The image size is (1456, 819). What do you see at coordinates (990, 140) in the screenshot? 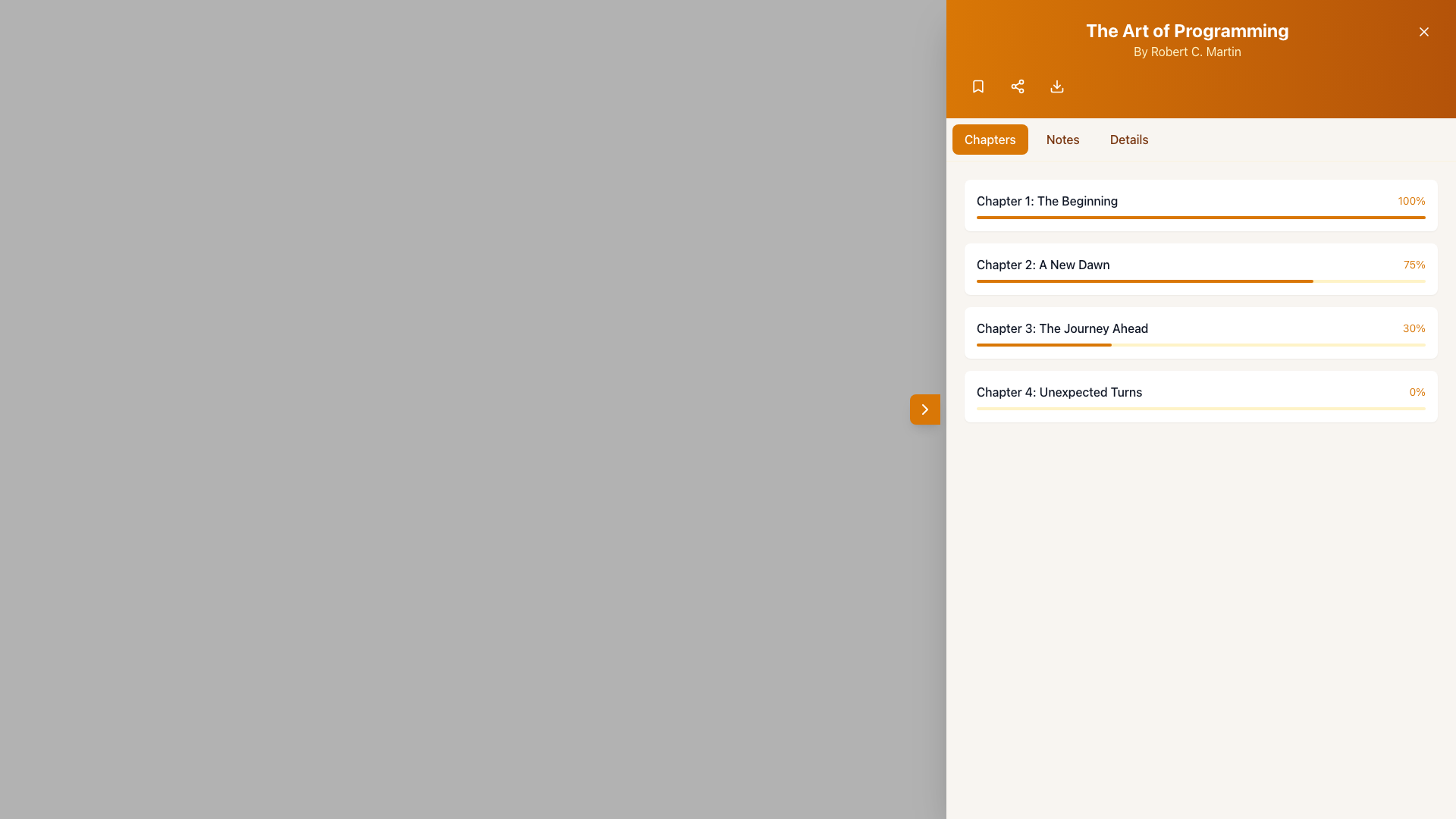
I see `the 'Chapters' navigation button located near the top of the right panel of the page` at bounding box center [990, 140].